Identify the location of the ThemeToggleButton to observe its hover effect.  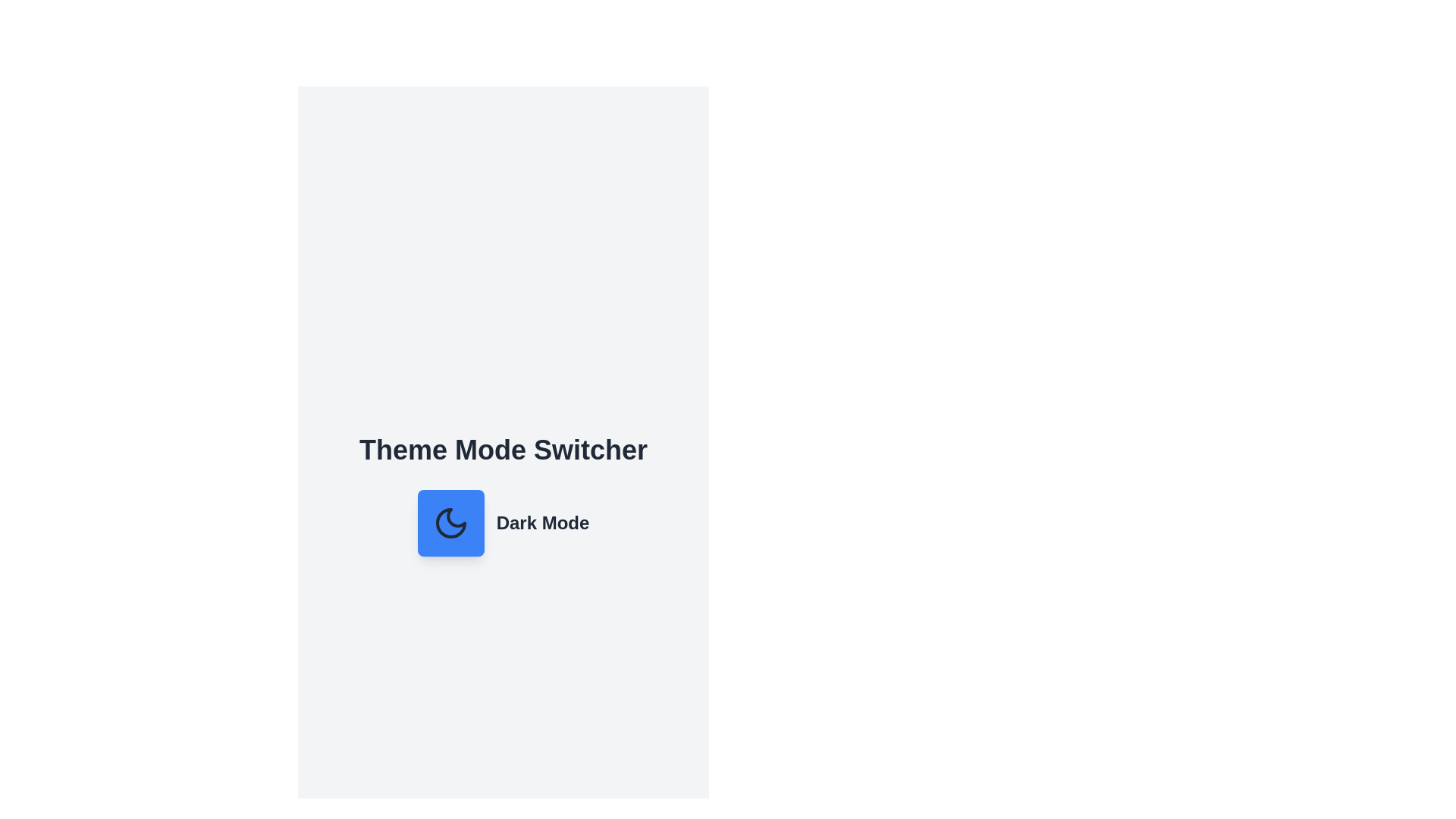
(450, 522).